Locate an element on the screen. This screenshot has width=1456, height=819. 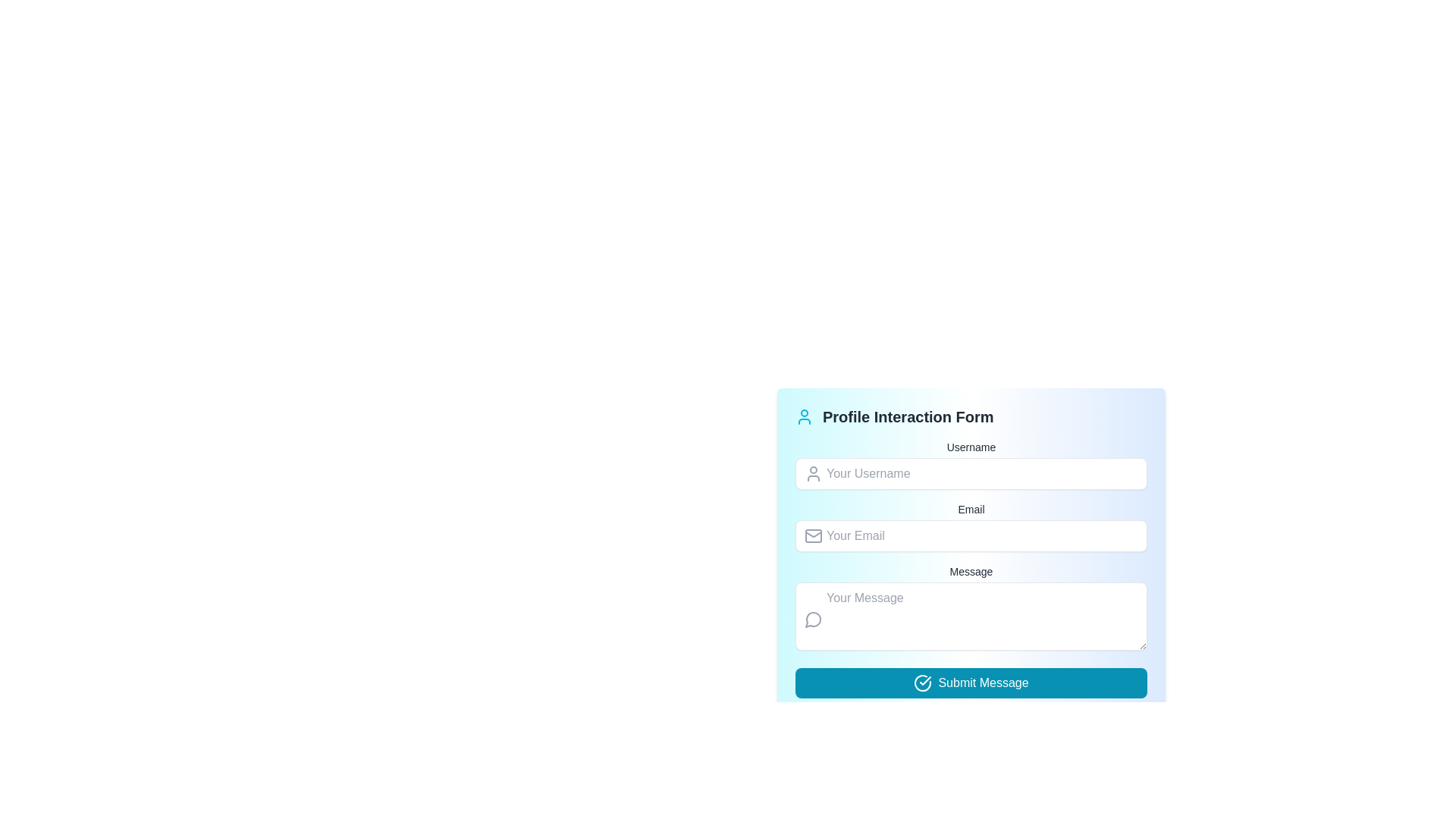
the SVG checkmark icon inside the 'Submit Message' button, positioned to the left of the text label 'Submit Message' is located at coordinates (922, 683).